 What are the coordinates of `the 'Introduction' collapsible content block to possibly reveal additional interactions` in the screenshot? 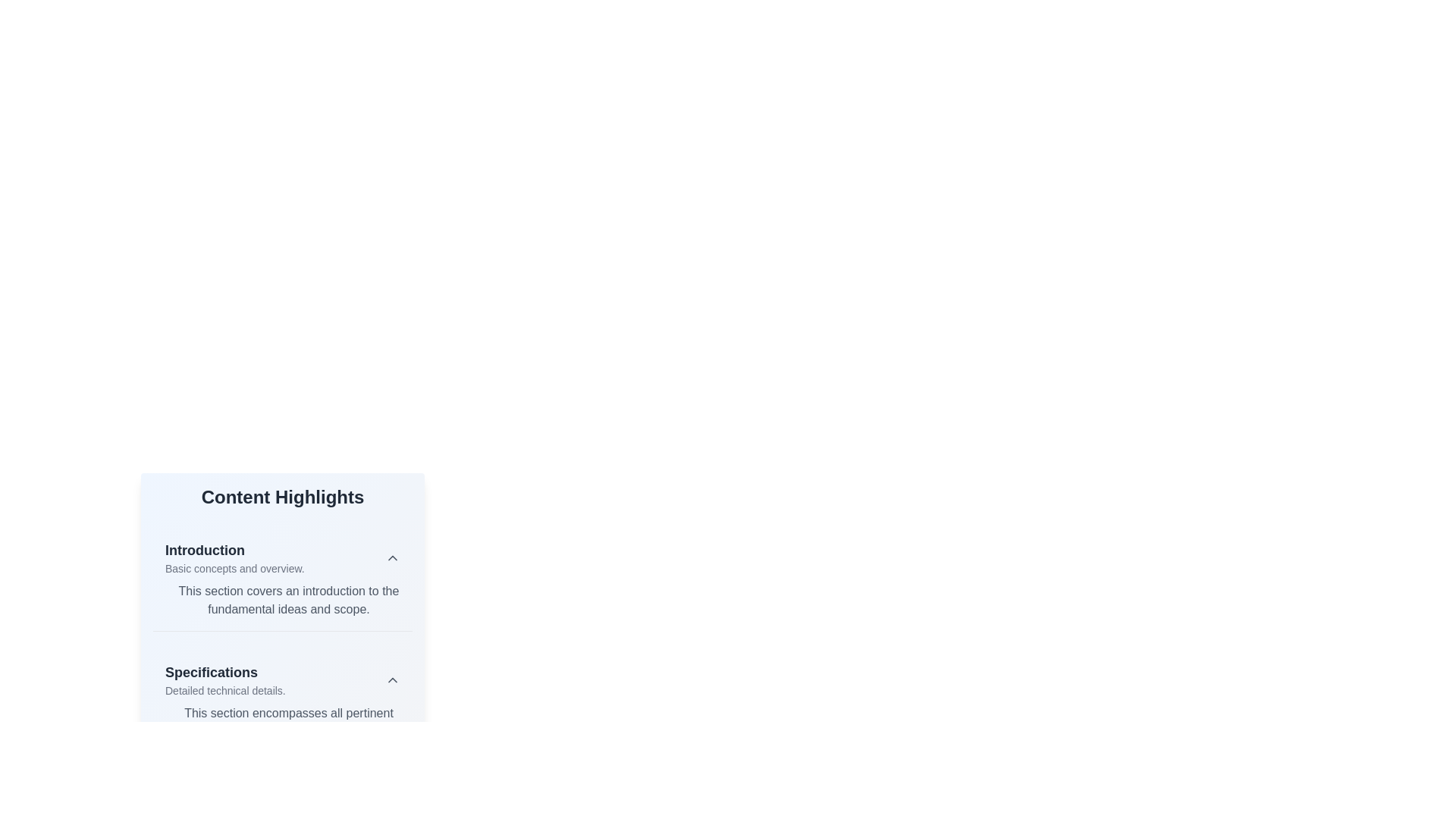 It's located at (283, 579).